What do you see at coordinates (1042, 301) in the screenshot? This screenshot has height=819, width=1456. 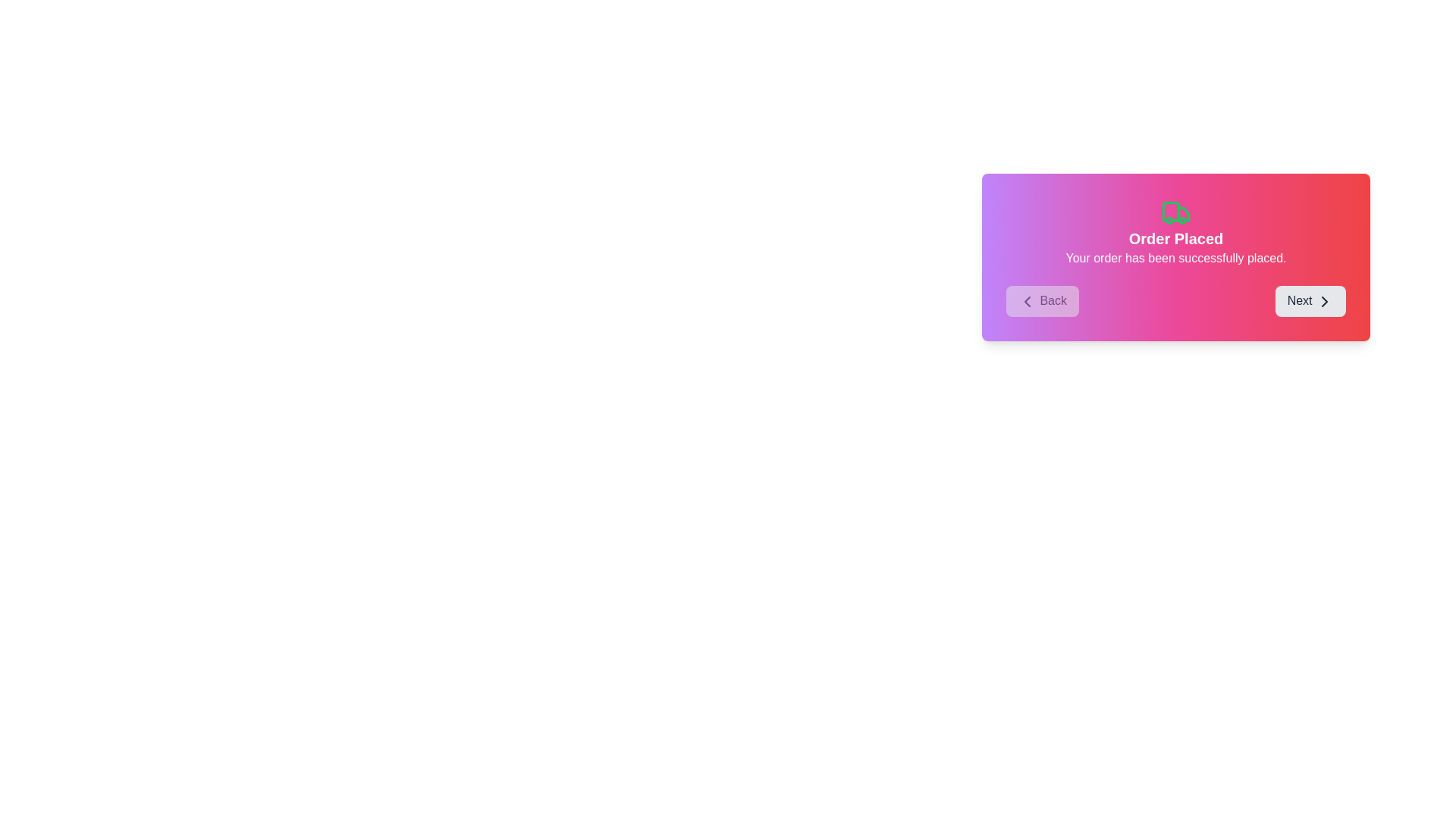 I see `'Back' button to return to the previous step` at bounding box center [1042, 301].